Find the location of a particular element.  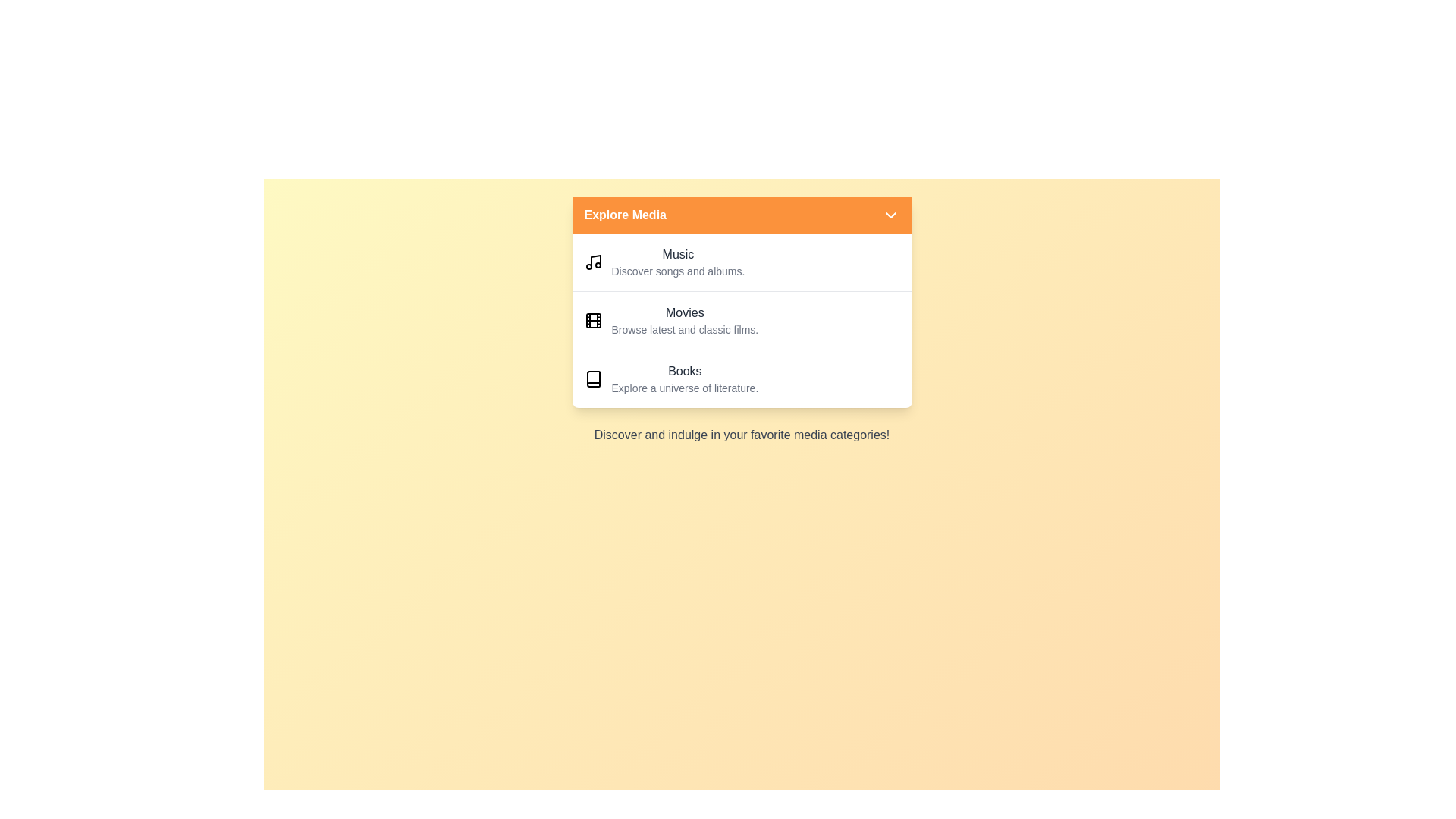

'Explore Media' button to toggle the visibility of the media categories list is located at coordinates (742, 215).